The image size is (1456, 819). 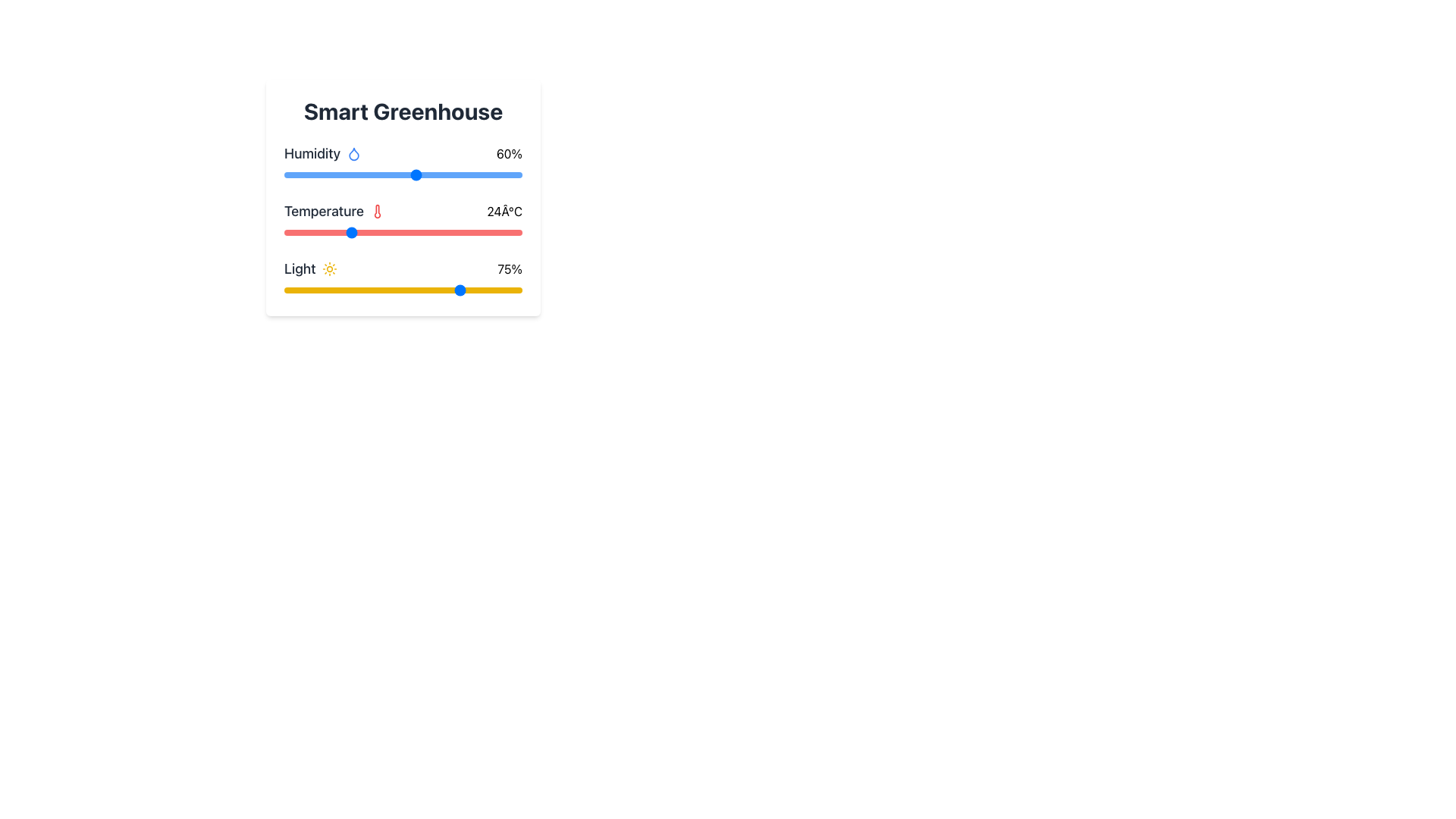 I want to click on the Humidity slider, so click(x=369, y=174).